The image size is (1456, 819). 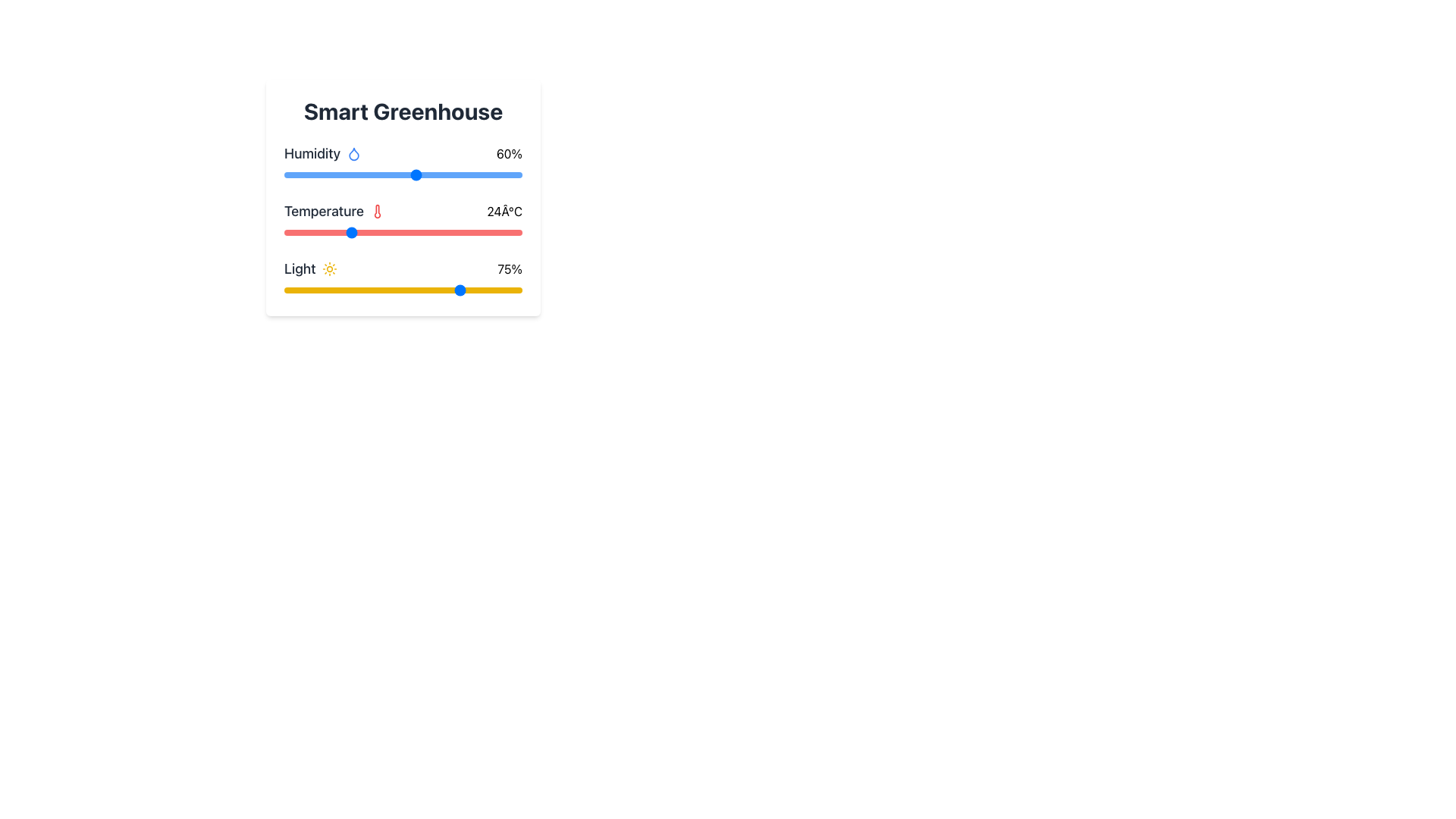 I want to click on the Humidity slider, so click(x=369, y=174).